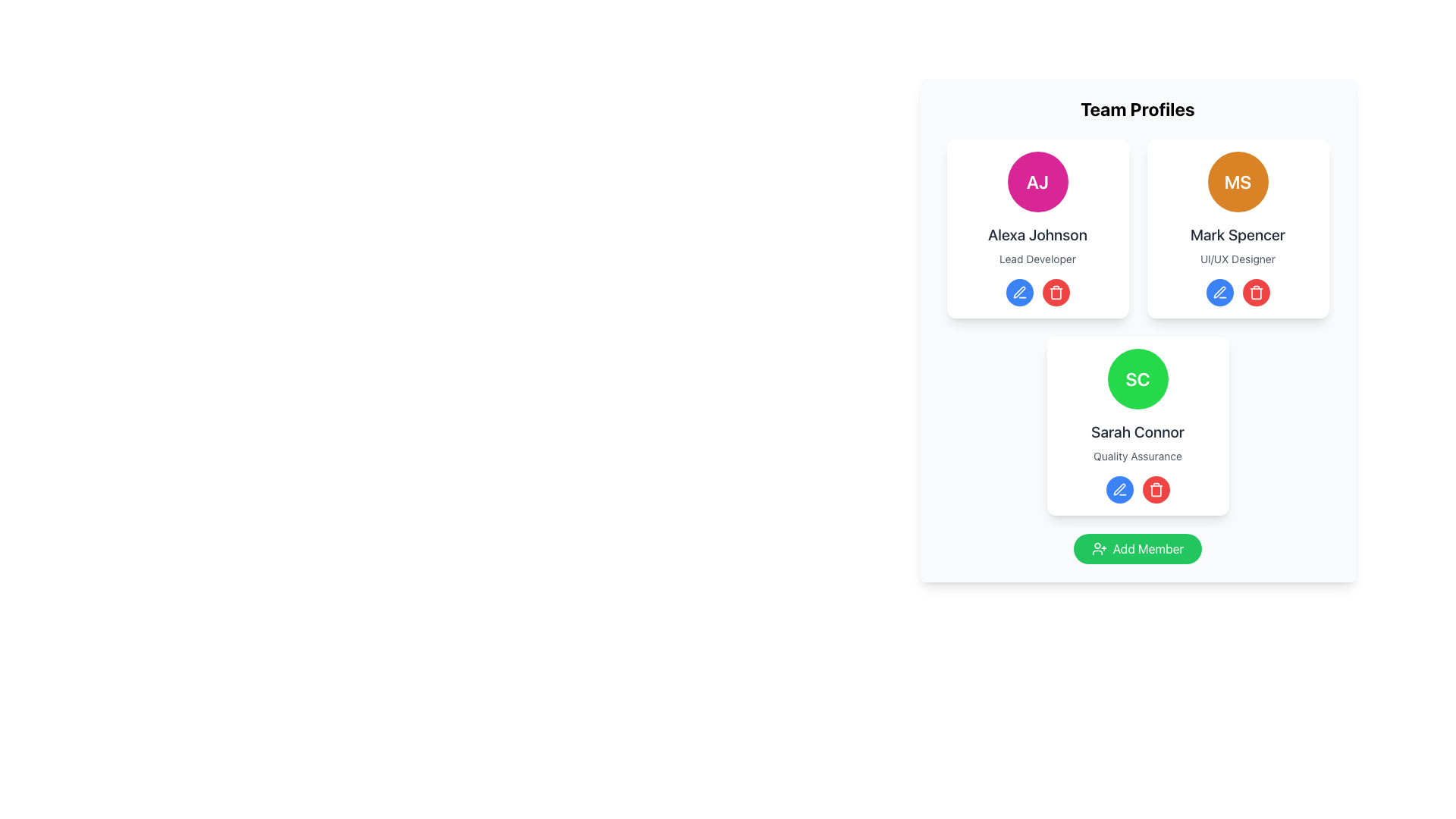 The image size is (1456, 819). I want to click on the blue edit button with a white pen icon located in the button group within Sarah Connor's profile card to modify the profile, so click(1137, 489).